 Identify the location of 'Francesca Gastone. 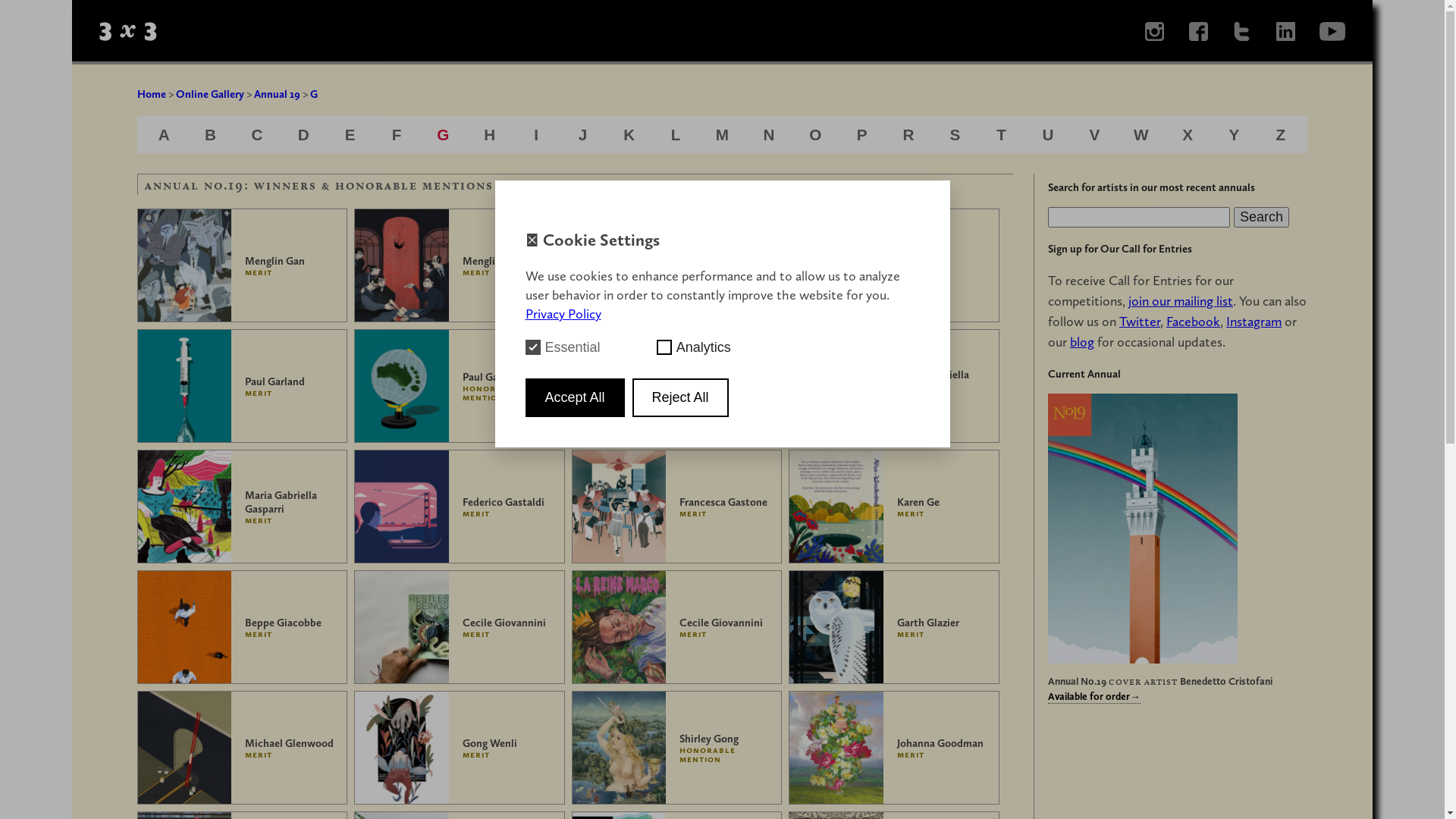
(676, 506).